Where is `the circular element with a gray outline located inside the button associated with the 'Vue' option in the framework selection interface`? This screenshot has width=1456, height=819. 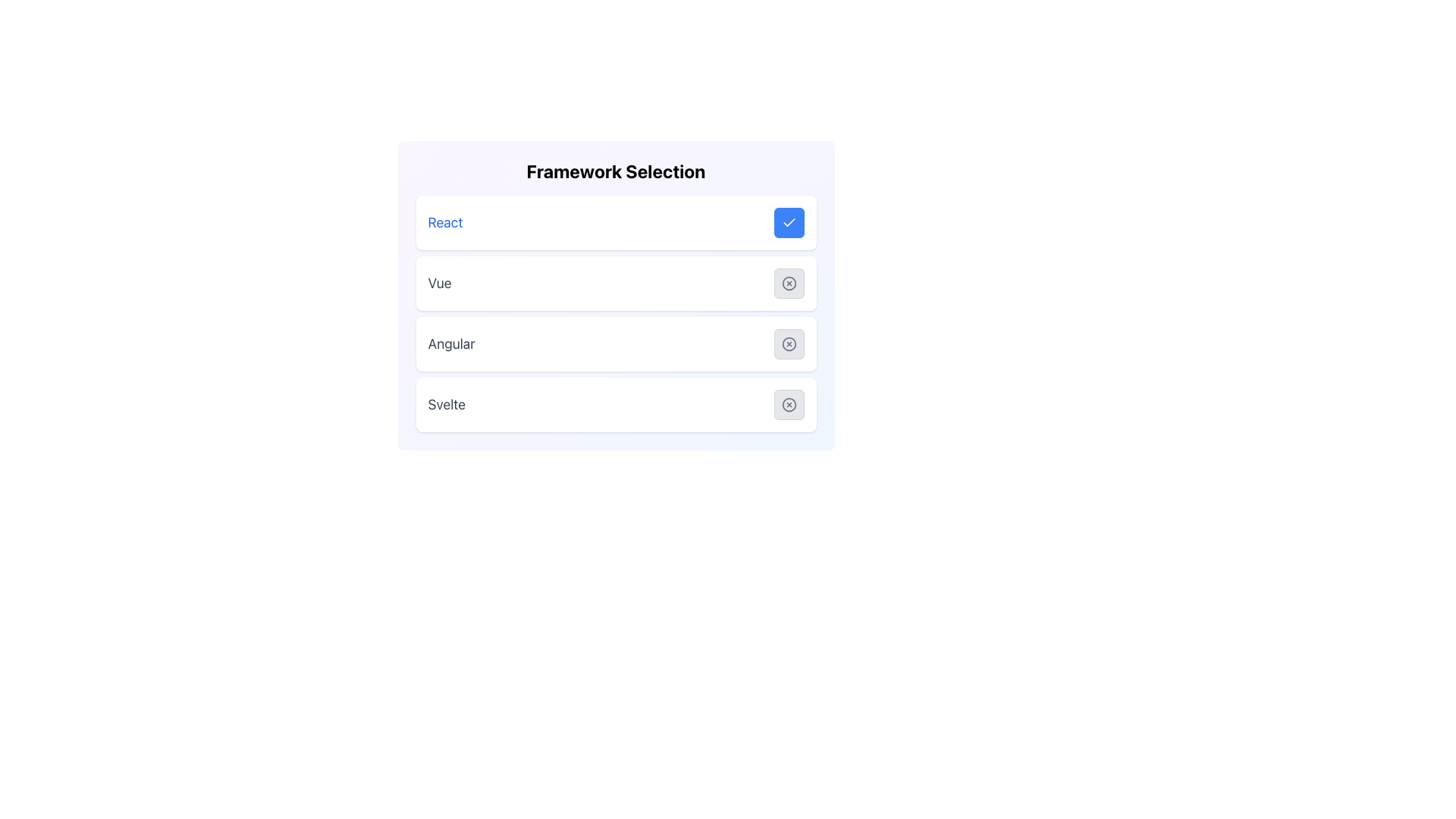
the circular element with a gray outline located inside the button associated with the 'Vue' option in the framework selection interface is located at coordinates (789, 284).